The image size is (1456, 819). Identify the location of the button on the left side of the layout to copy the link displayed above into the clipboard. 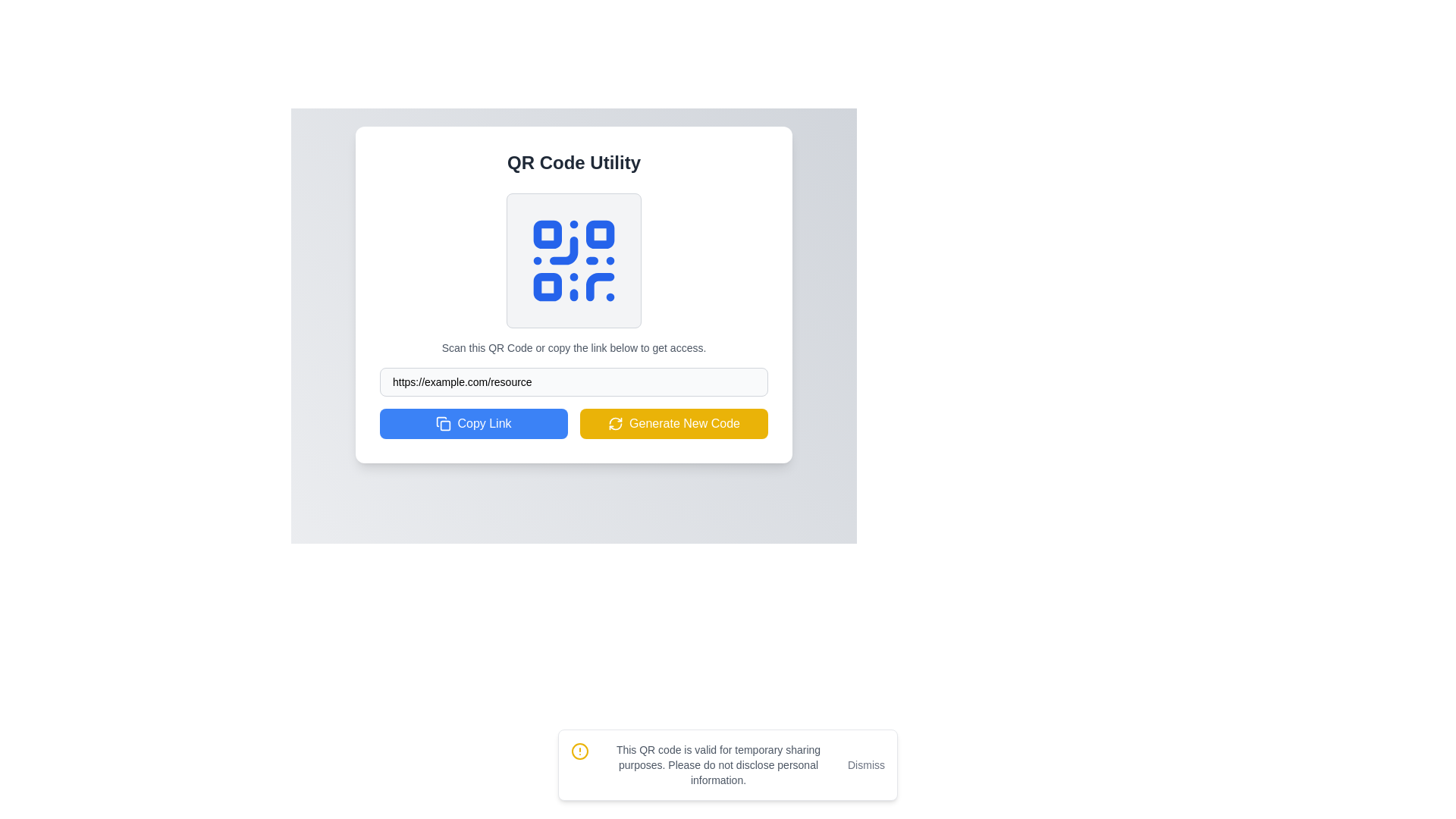
(472, 424).